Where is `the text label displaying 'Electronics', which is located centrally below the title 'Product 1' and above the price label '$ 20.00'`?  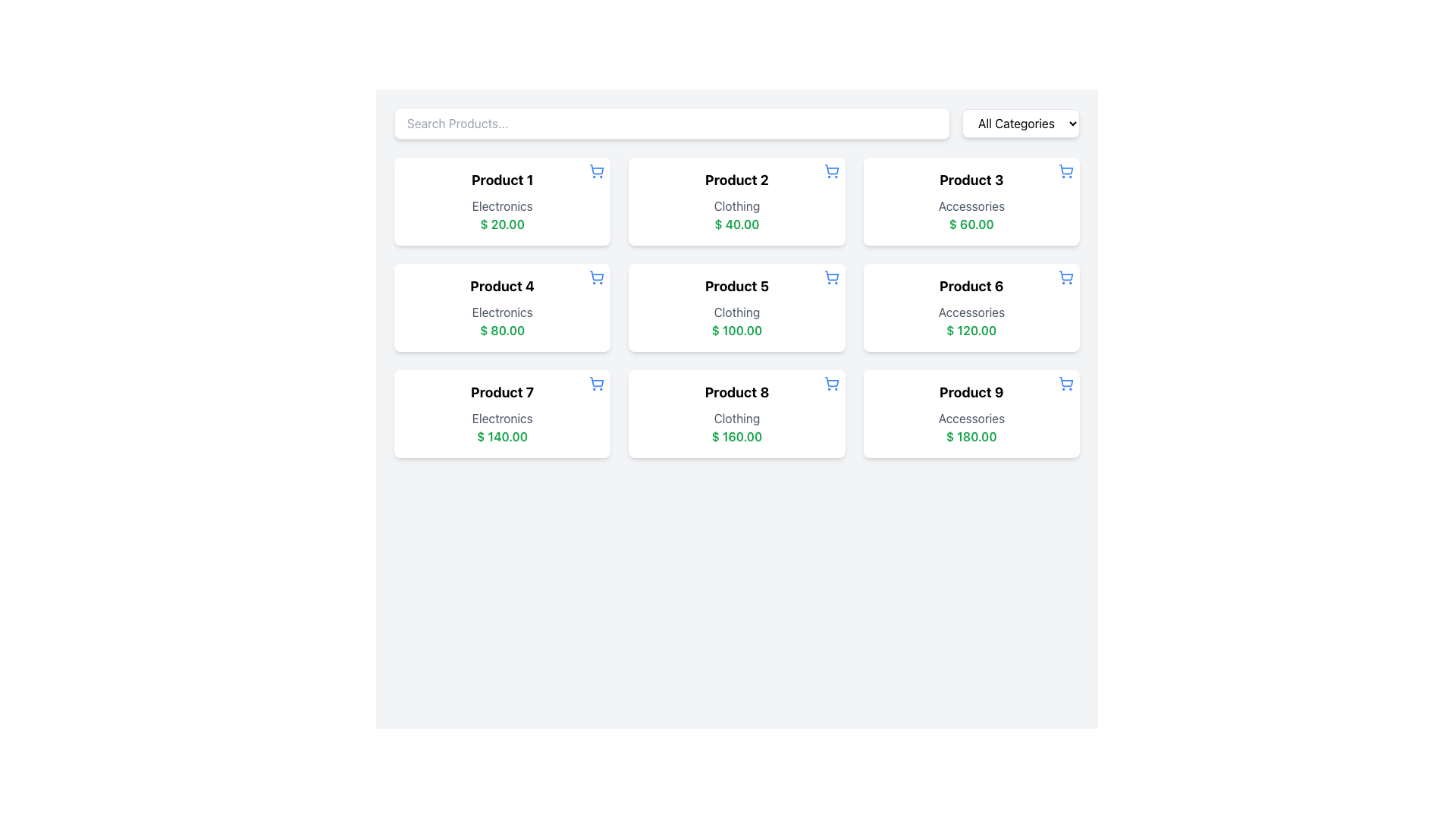 the text label displaying 'Electronics', which is located centrally below the title 'Product 1' and above the price label '$ 20.00' is located at coordinates (502, 206).